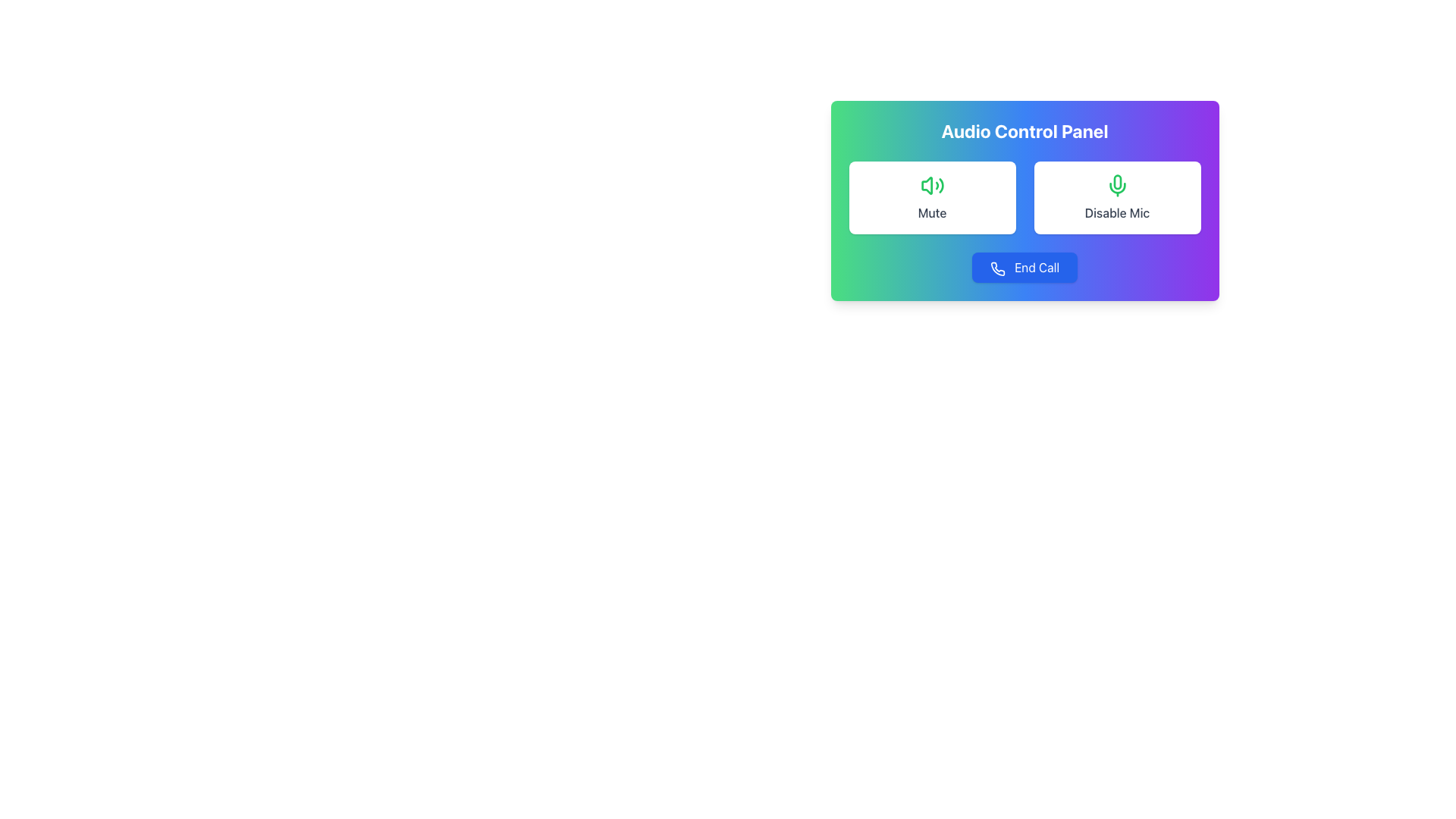 This screenshot has width=1456, height=819. I want to click on the 'End Call' button located in the lower part of the 'Audio Control Panel', which is centered horizontally and positioned below the 'Mute' and 'Disable Mic' buttons, so click(1025, 267).